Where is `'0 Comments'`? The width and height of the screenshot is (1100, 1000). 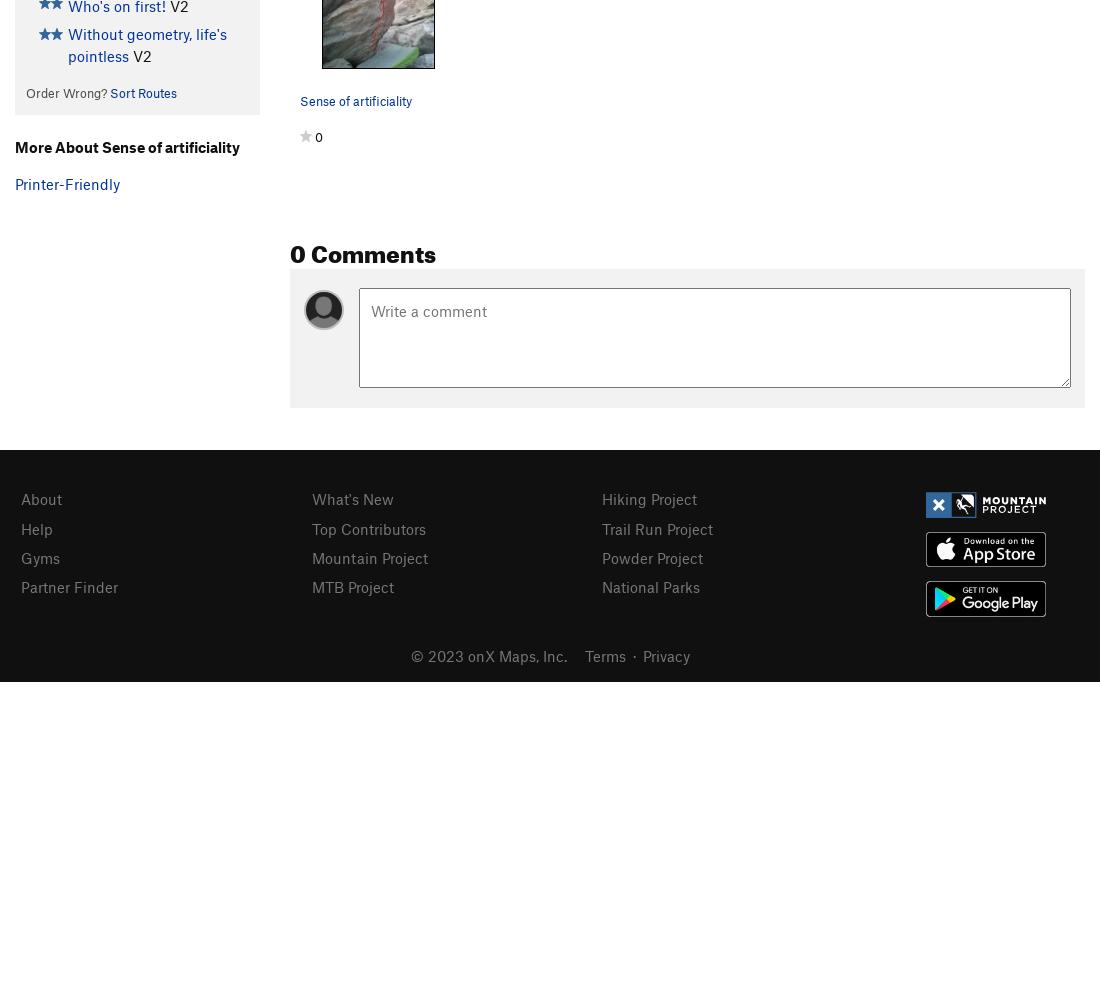
'0 Comments' is located at coordinates (363, 248).